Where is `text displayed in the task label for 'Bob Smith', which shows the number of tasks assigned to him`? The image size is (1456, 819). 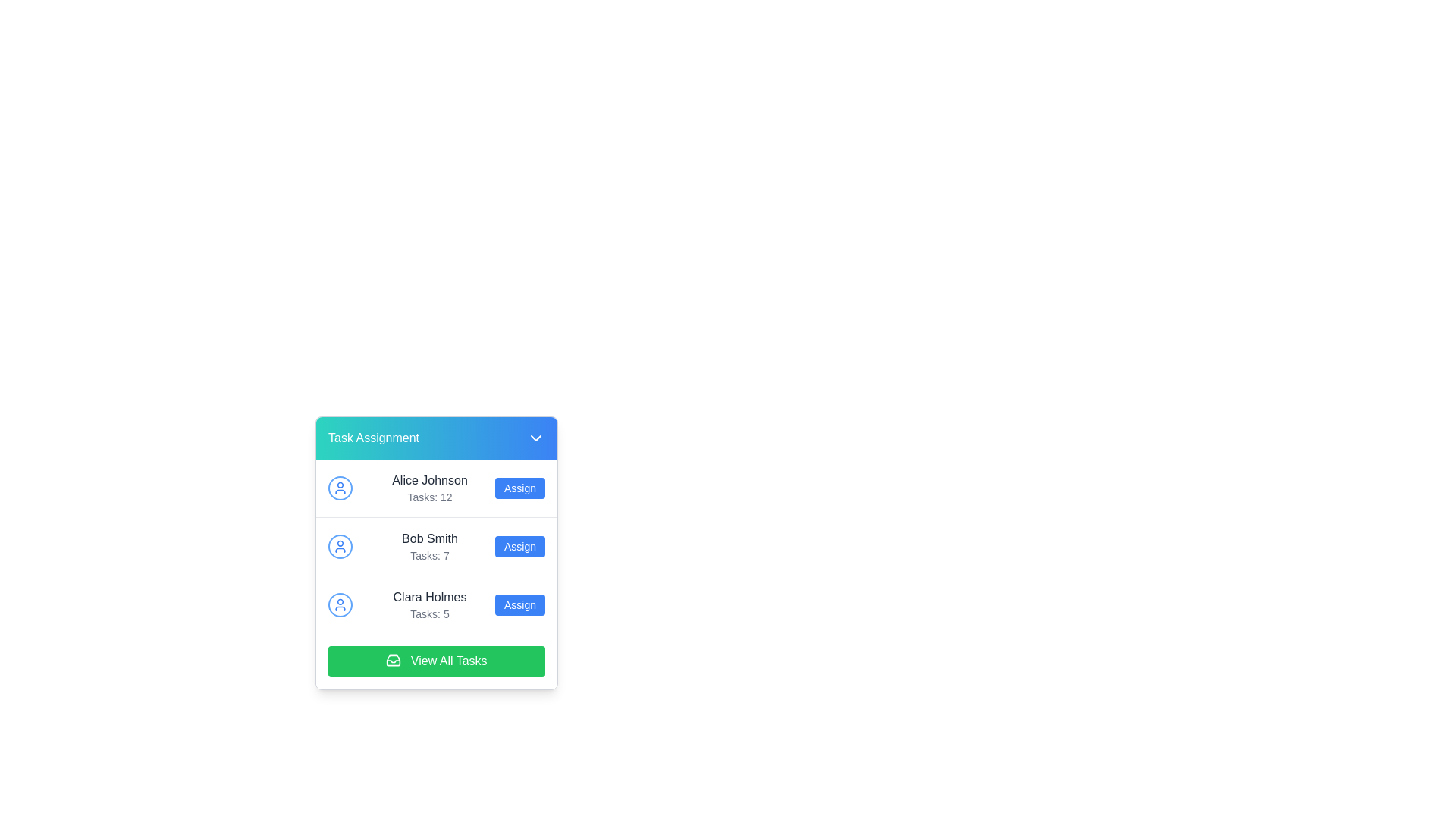 text displayed in the task label for 'Bob Smith', which shows the number of tasks assigned to him is located at coordinates (428, 555).